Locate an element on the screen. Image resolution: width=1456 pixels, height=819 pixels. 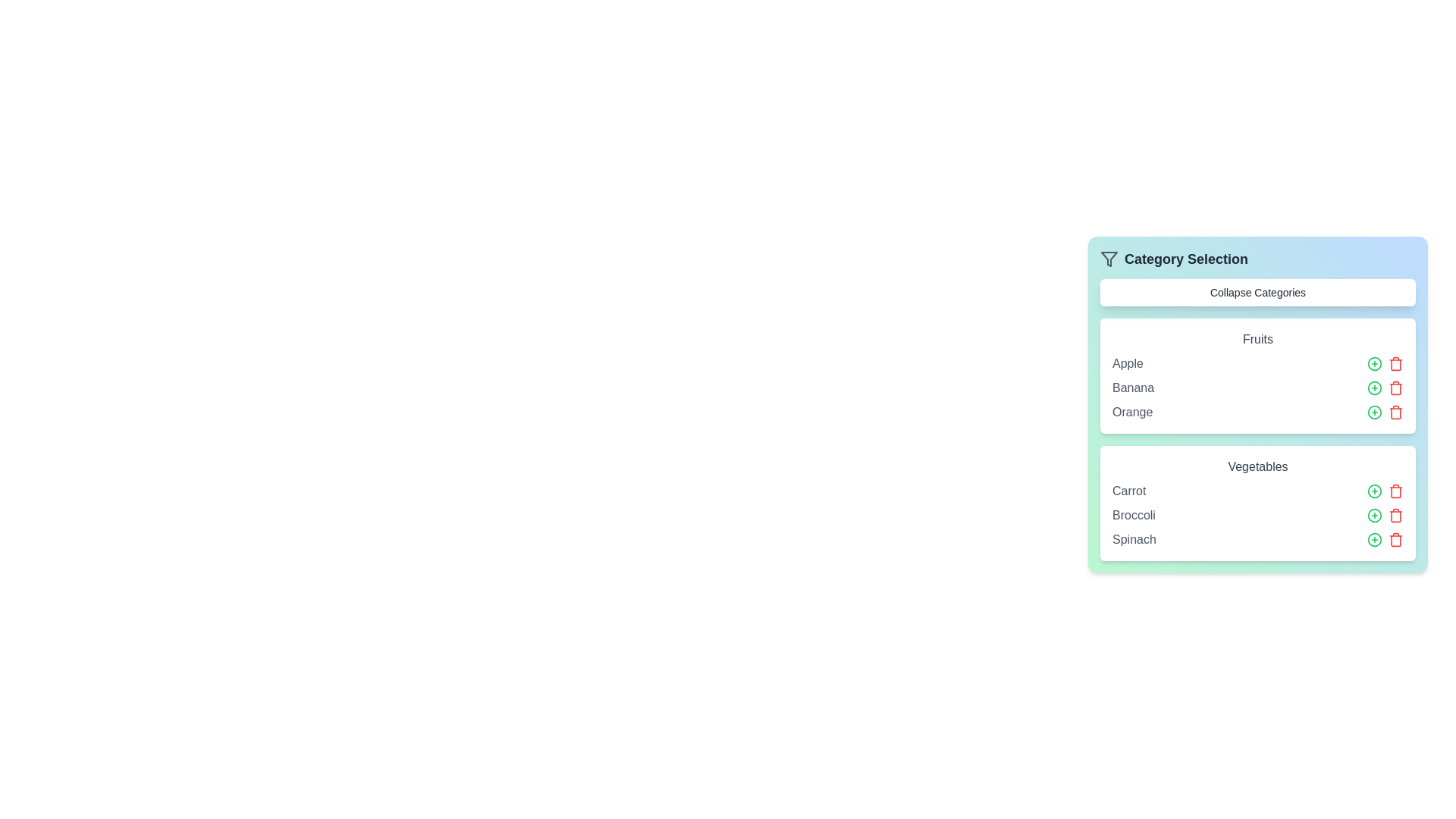
the green '+' button next to the item Broccoli to add it to the selected list is located at coordinates (1375, 514).